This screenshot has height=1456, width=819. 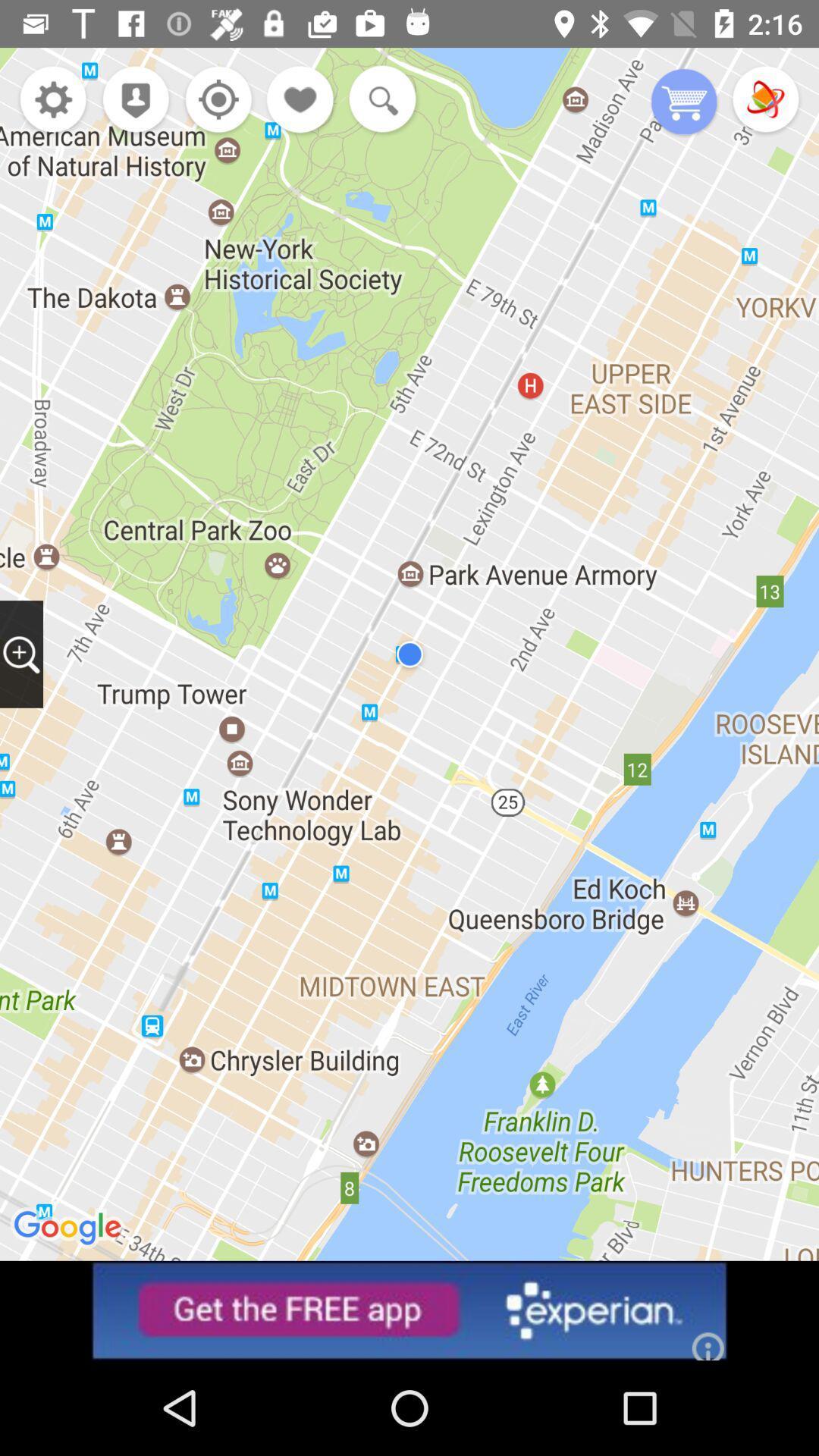 What do you see at coordinates (378, 100) in the screenshot?
I see `the search icon` at bounding box center [378, 100].